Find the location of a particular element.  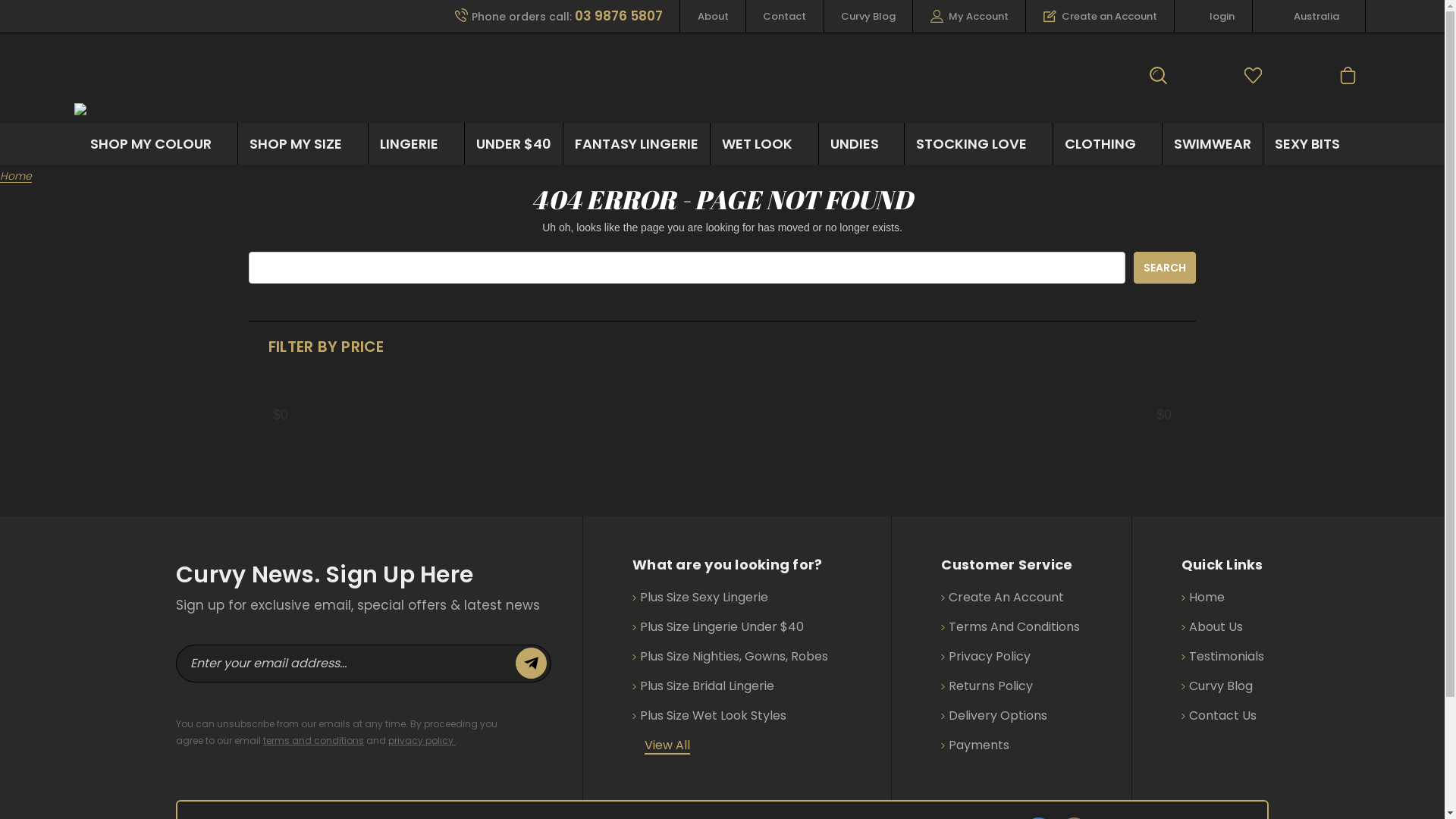

'Curvy Blog' is located at coordinates (868, 16).